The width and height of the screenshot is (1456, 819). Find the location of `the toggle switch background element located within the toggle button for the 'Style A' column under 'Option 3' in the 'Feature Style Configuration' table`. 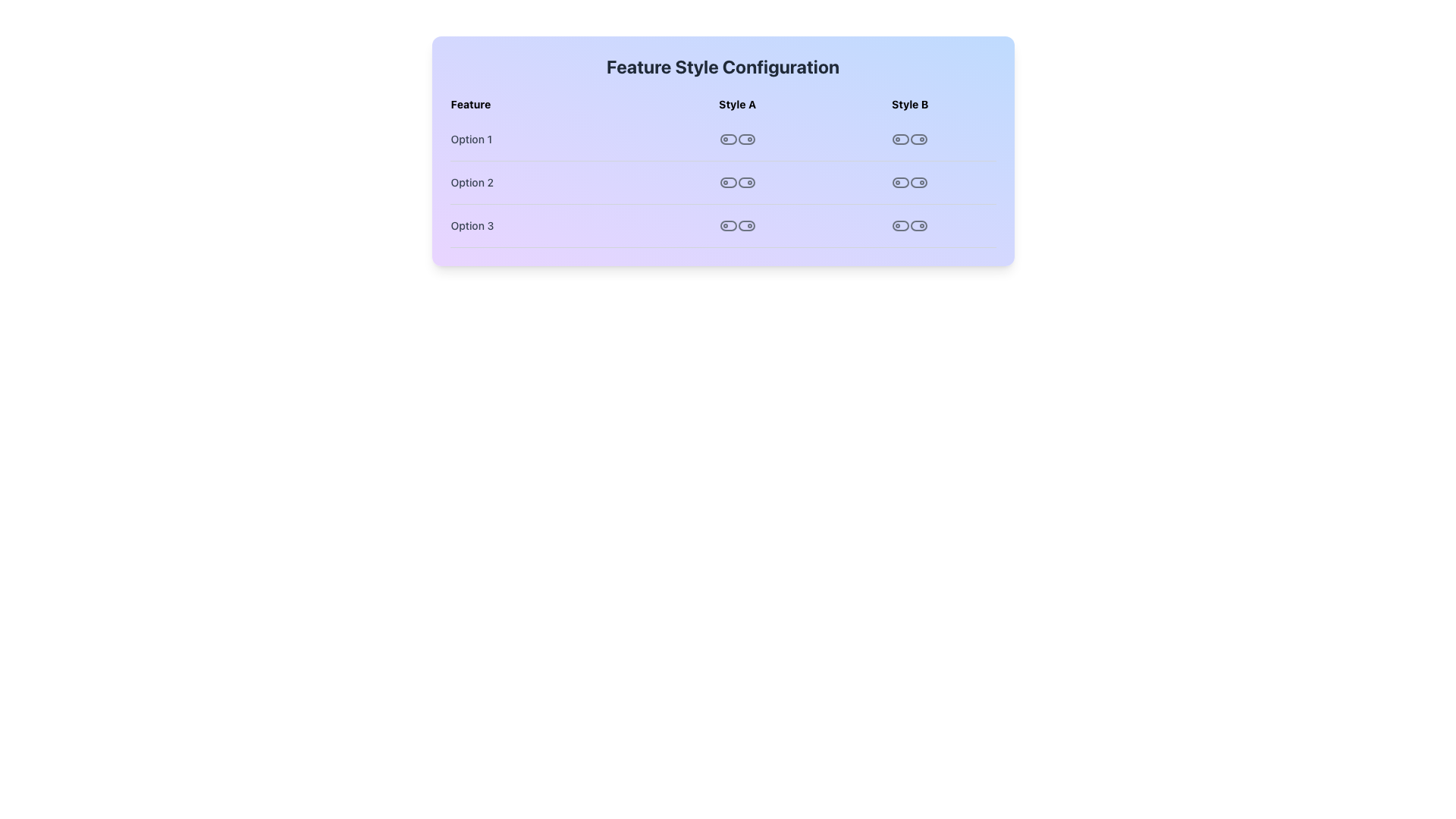

the toggle switch background element located within the toggle button for the 'Style A' column under 'Option 3' in the 'Feature Style Configuration' table is located at coordinates (728, 225).